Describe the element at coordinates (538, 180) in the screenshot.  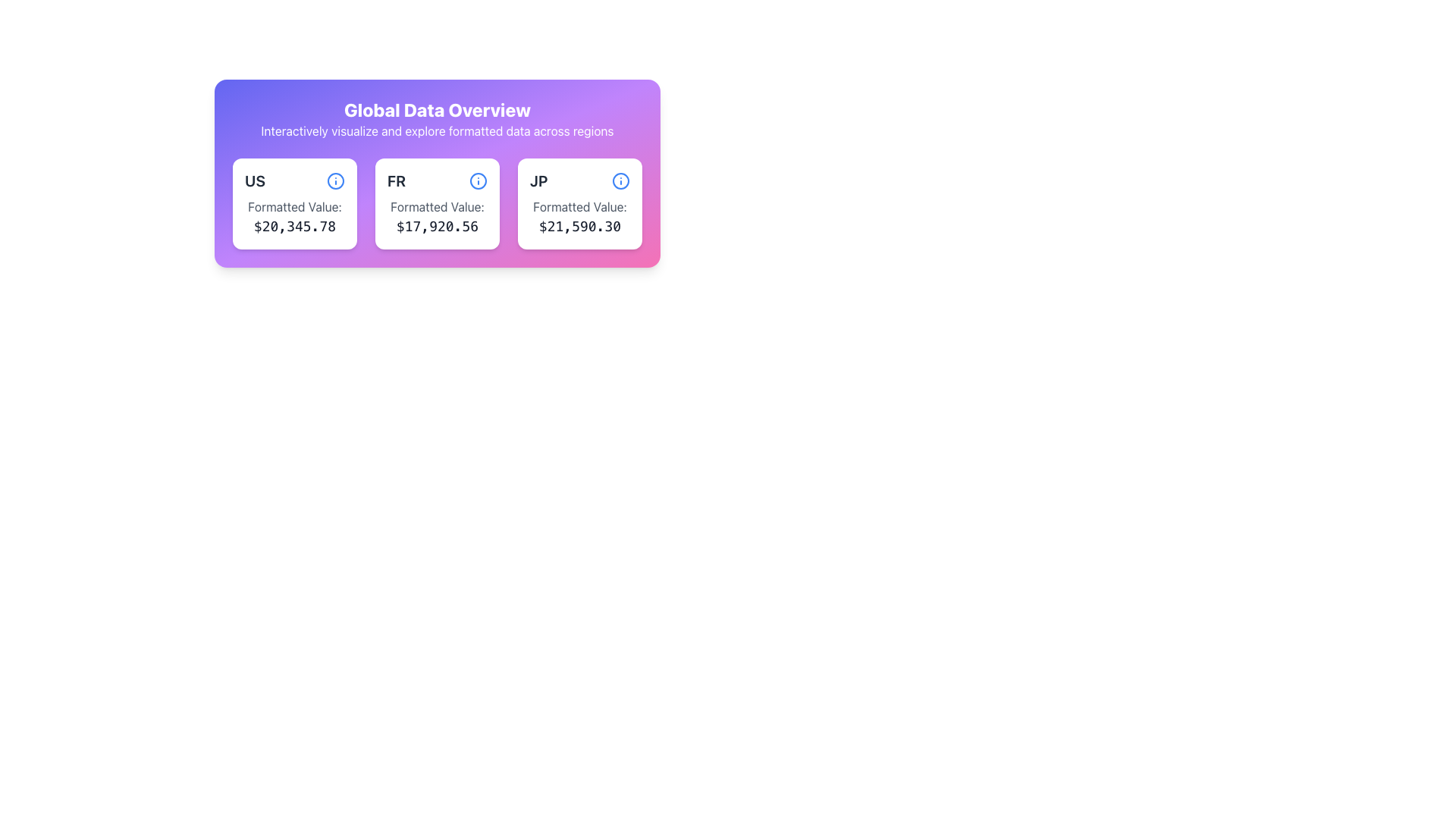
I see `text element displaying 'JP', which is styled in bold, large dark gray font and located in the top-left corner of the third card in a horizontal list` at that location.